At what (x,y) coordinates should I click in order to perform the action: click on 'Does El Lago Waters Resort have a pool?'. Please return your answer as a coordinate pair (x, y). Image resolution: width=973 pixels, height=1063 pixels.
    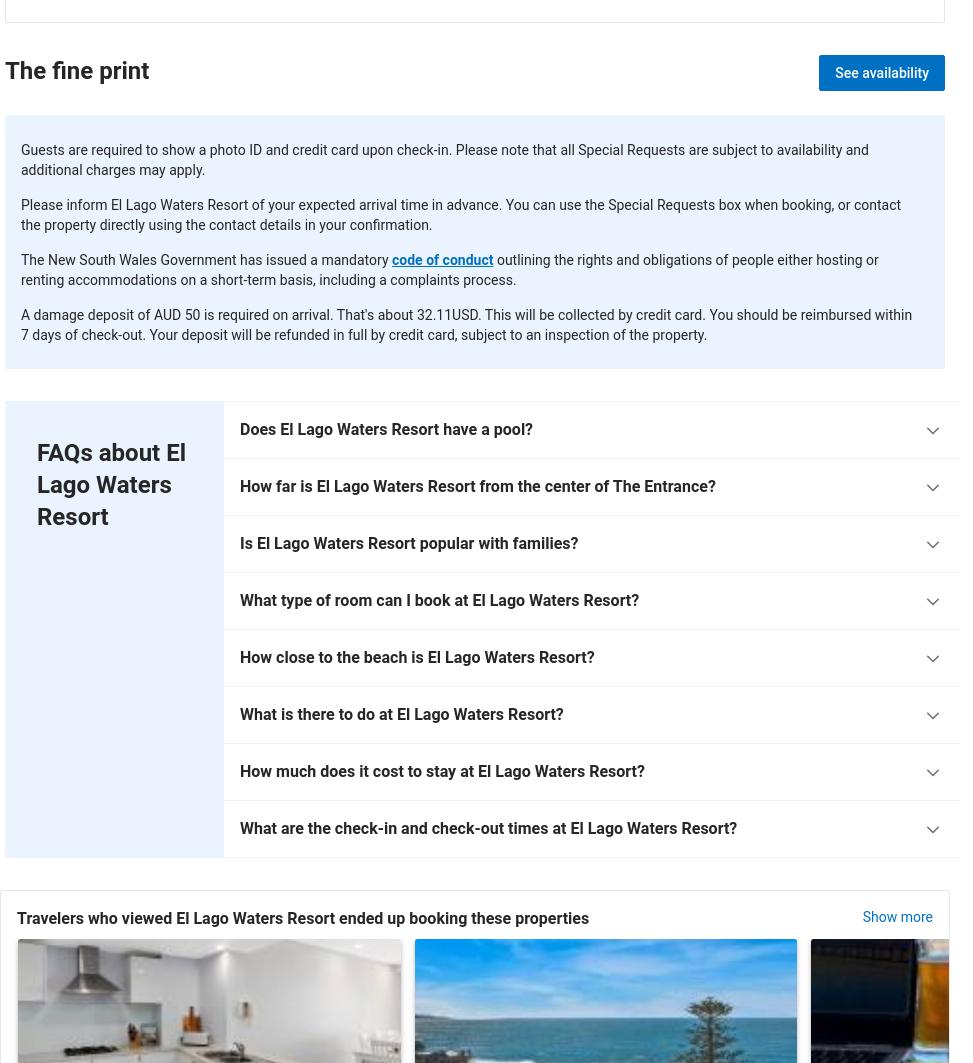
    Looking at the image, I should click on (385, 429).